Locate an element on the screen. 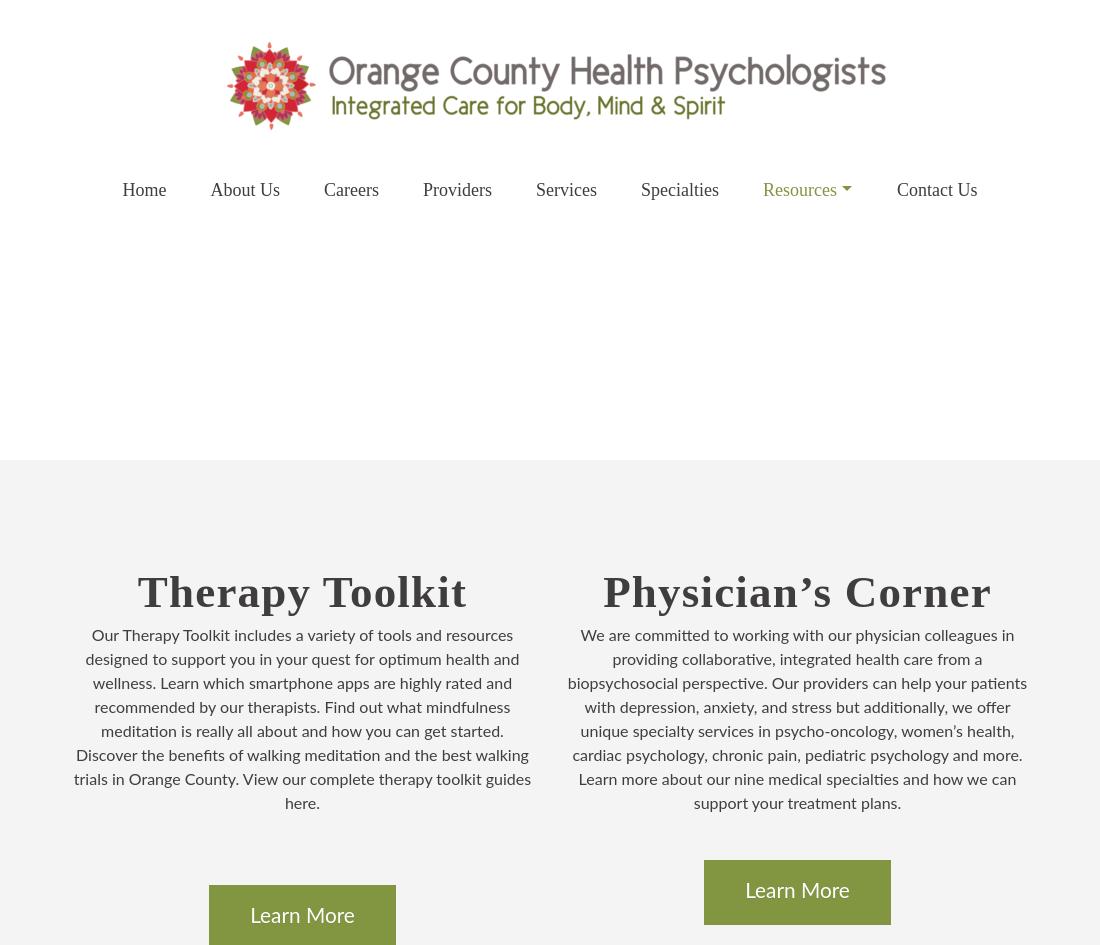 The image size is (1100, 945). 'Providers' is located at coordinates (456, 190).